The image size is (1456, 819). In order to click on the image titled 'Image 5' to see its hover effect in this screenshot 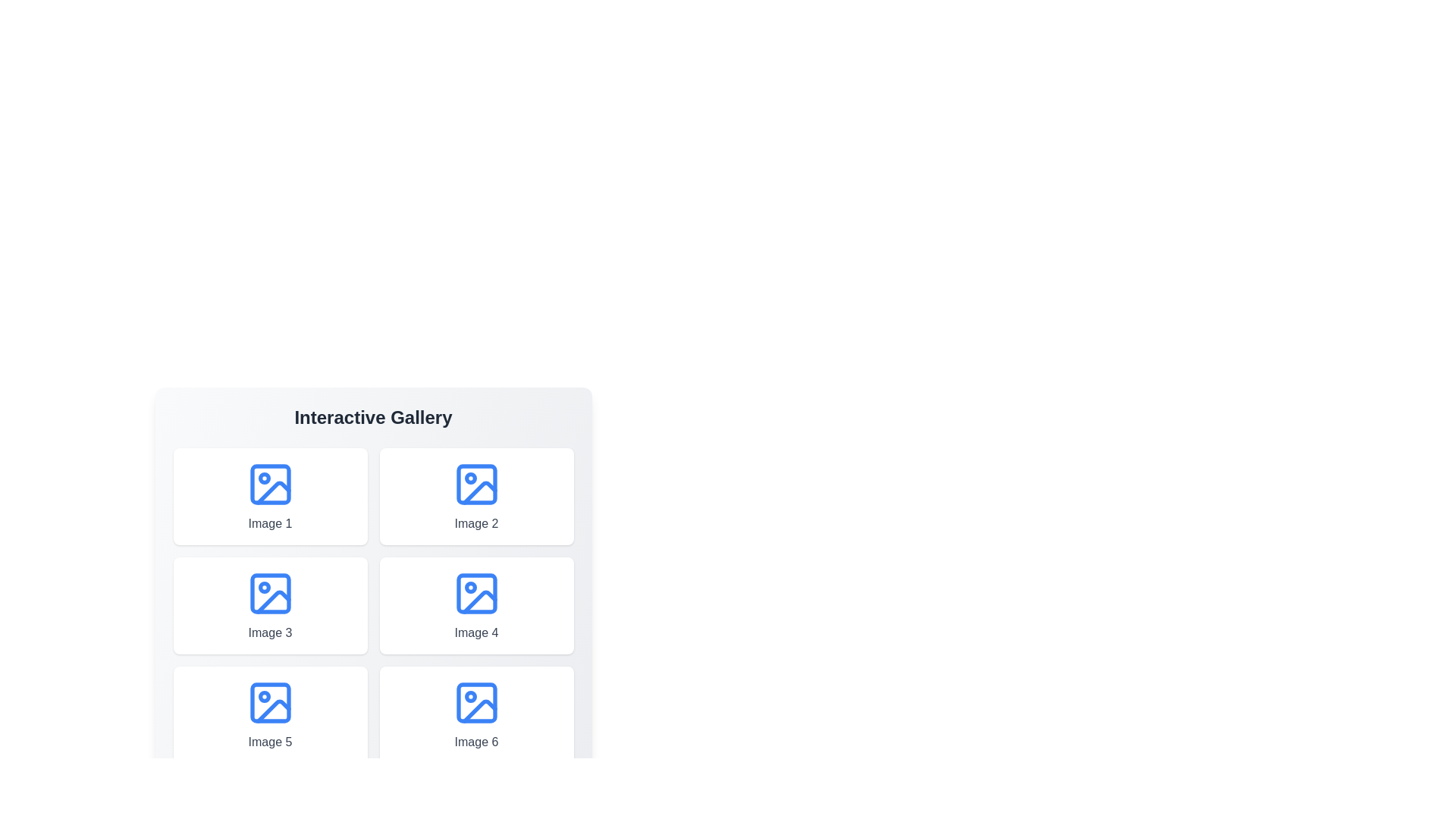, I will do `click(270, 714)`.